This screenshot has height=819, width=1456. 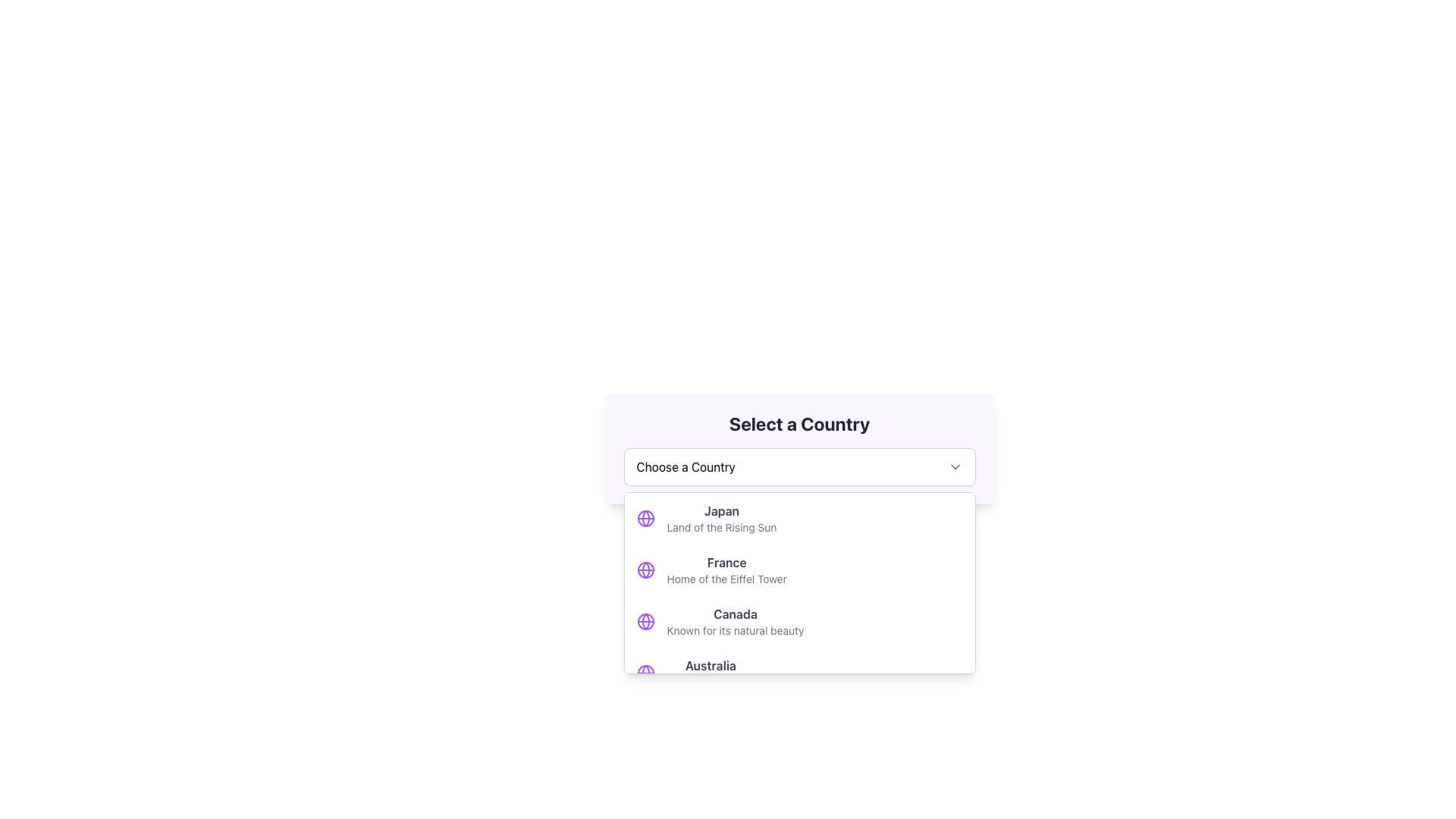 I want to click on the globe icon representing the country selection for 'France' in the dropdown list, which visually indicates the selected country, so click(x=645, y=570).